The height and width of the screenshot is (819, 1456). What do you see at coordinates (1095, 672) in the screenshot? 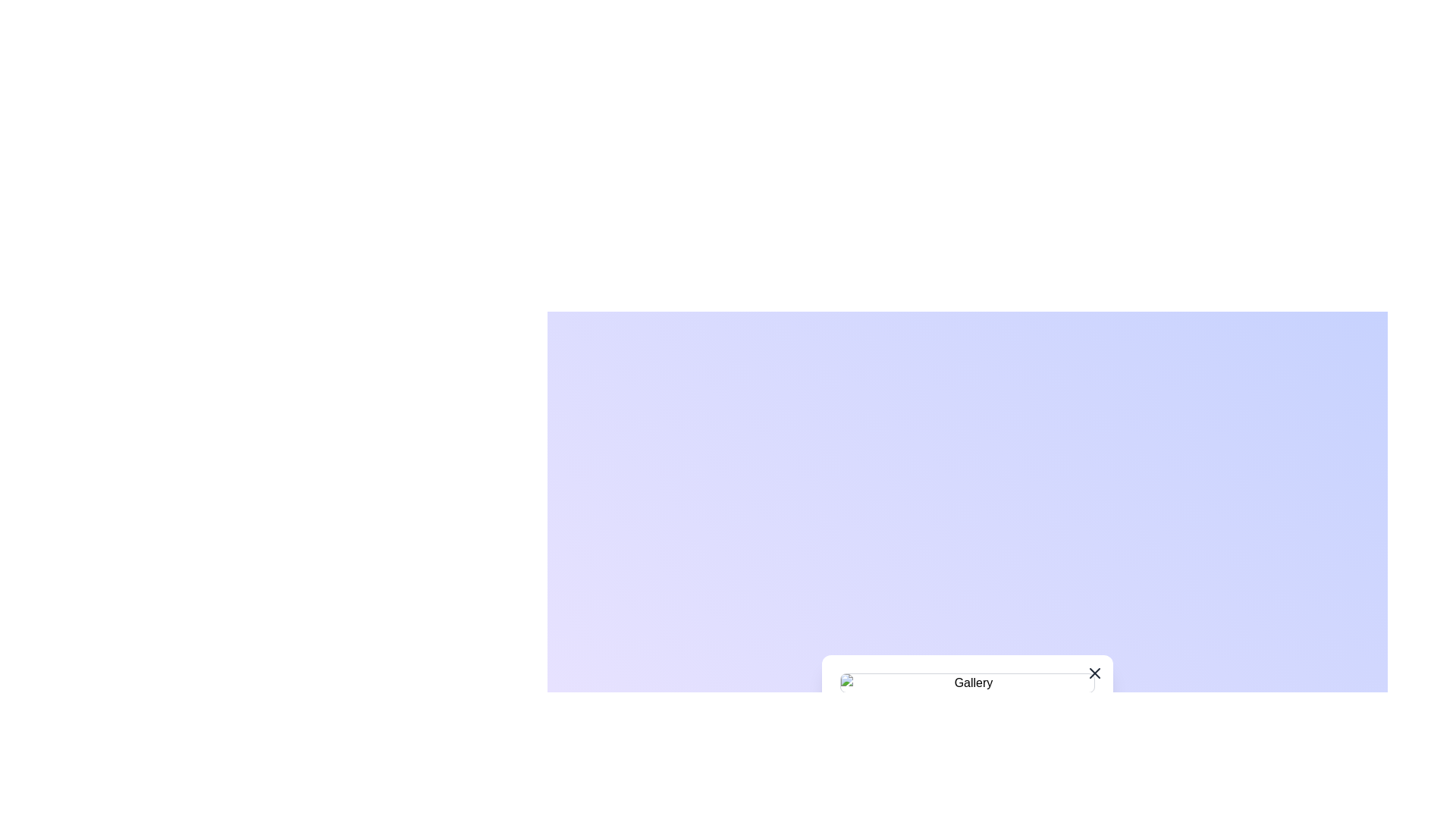
I see `the top-right line segment of the X symbol in the close button located at the right end of the header bar in the Gallery dialog box` at bounding box center [1095, 672].